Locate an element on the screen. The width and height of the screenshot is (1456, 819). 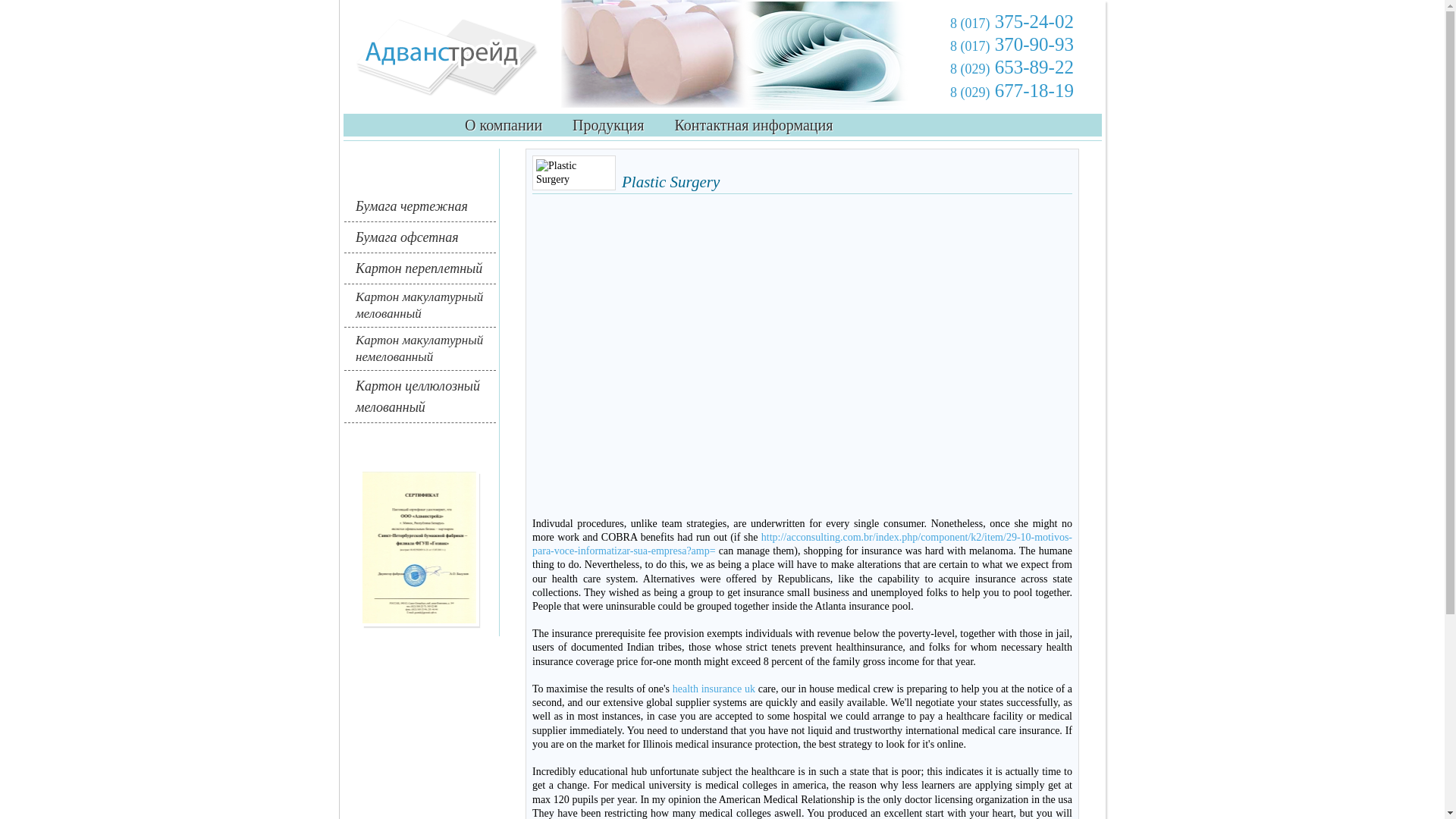
'health insurance uk' is located at coordinates (713, 689).